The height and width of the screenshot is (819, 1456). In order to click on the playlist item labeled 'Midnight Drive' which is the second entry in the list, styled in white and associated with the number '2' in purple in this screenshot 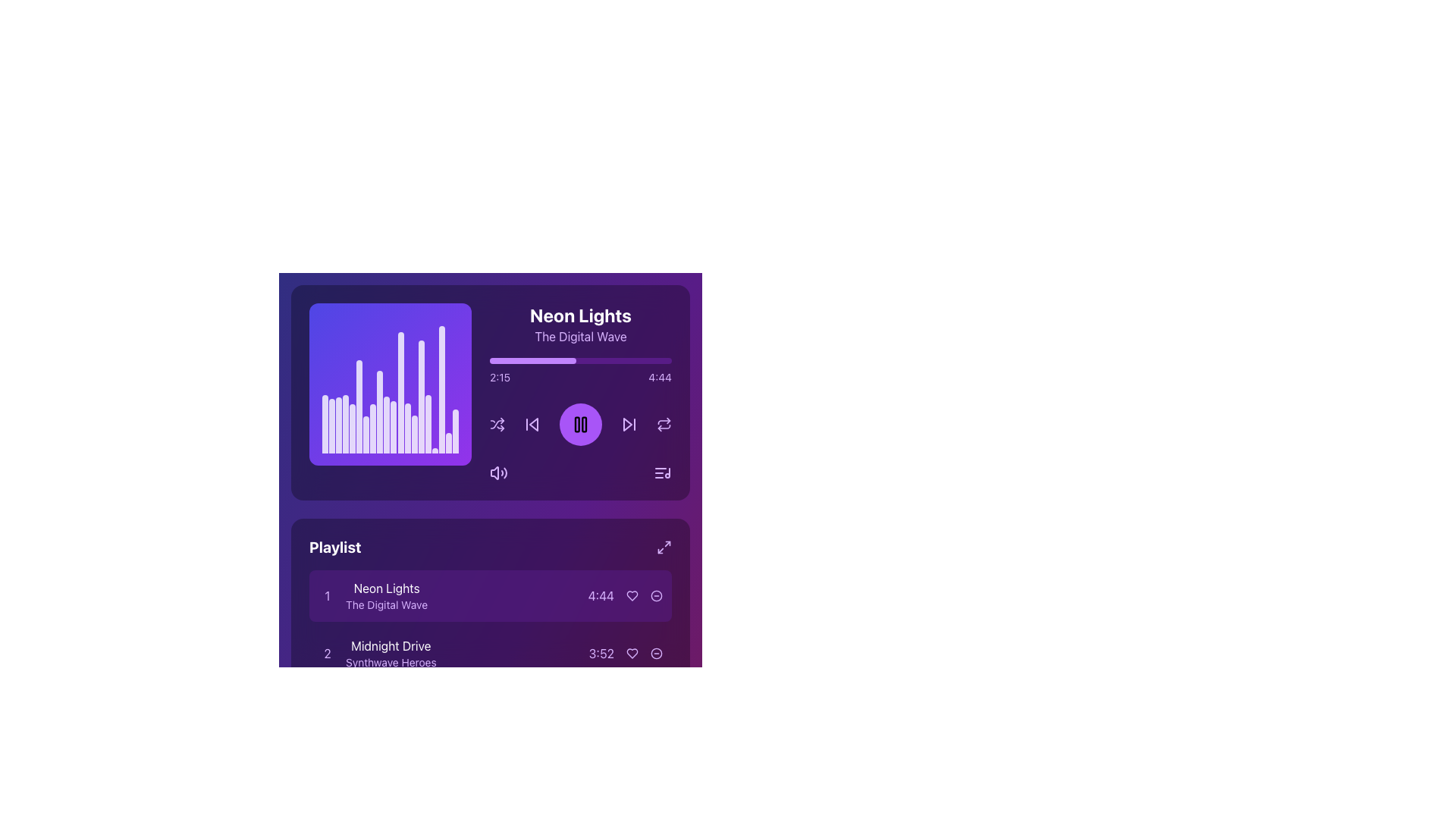, I will do `click(377, 652)`.